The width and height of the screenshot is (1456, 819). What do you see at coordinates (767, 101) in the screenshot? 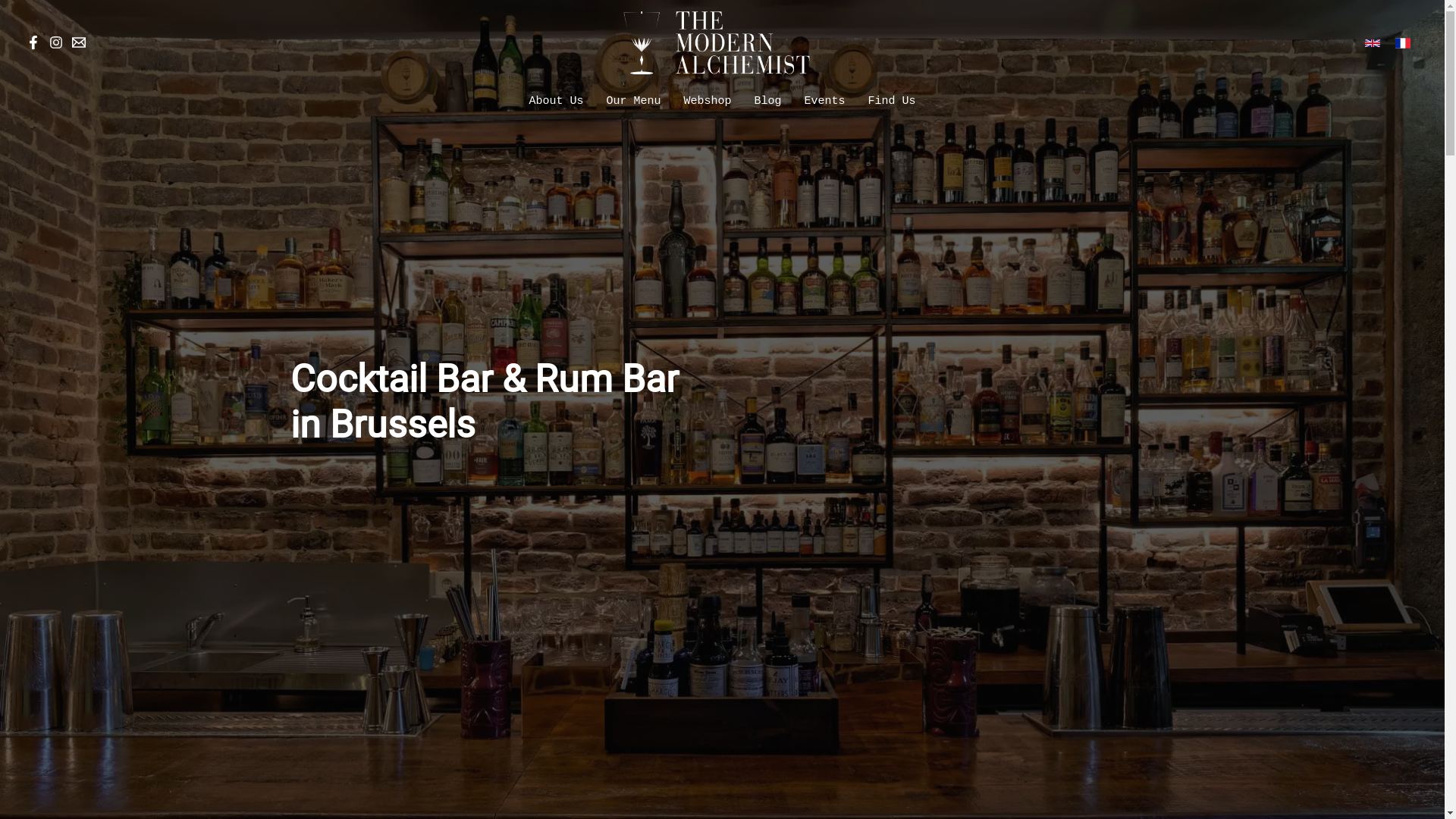
I see `'Blog'` at bounding box center [767, 101].